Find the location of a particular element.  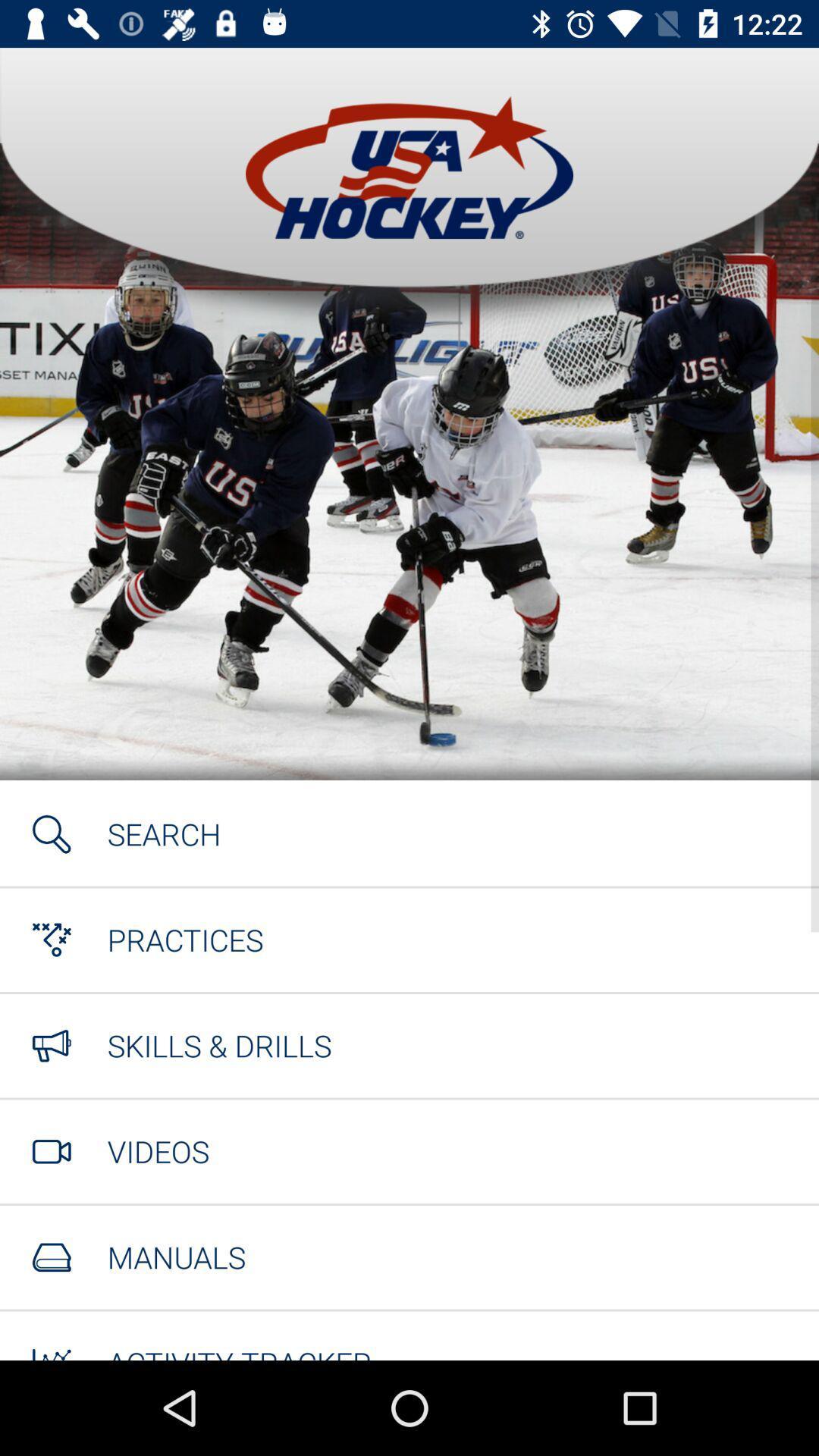

activity tracker item is located at coordinates (239, 1351).